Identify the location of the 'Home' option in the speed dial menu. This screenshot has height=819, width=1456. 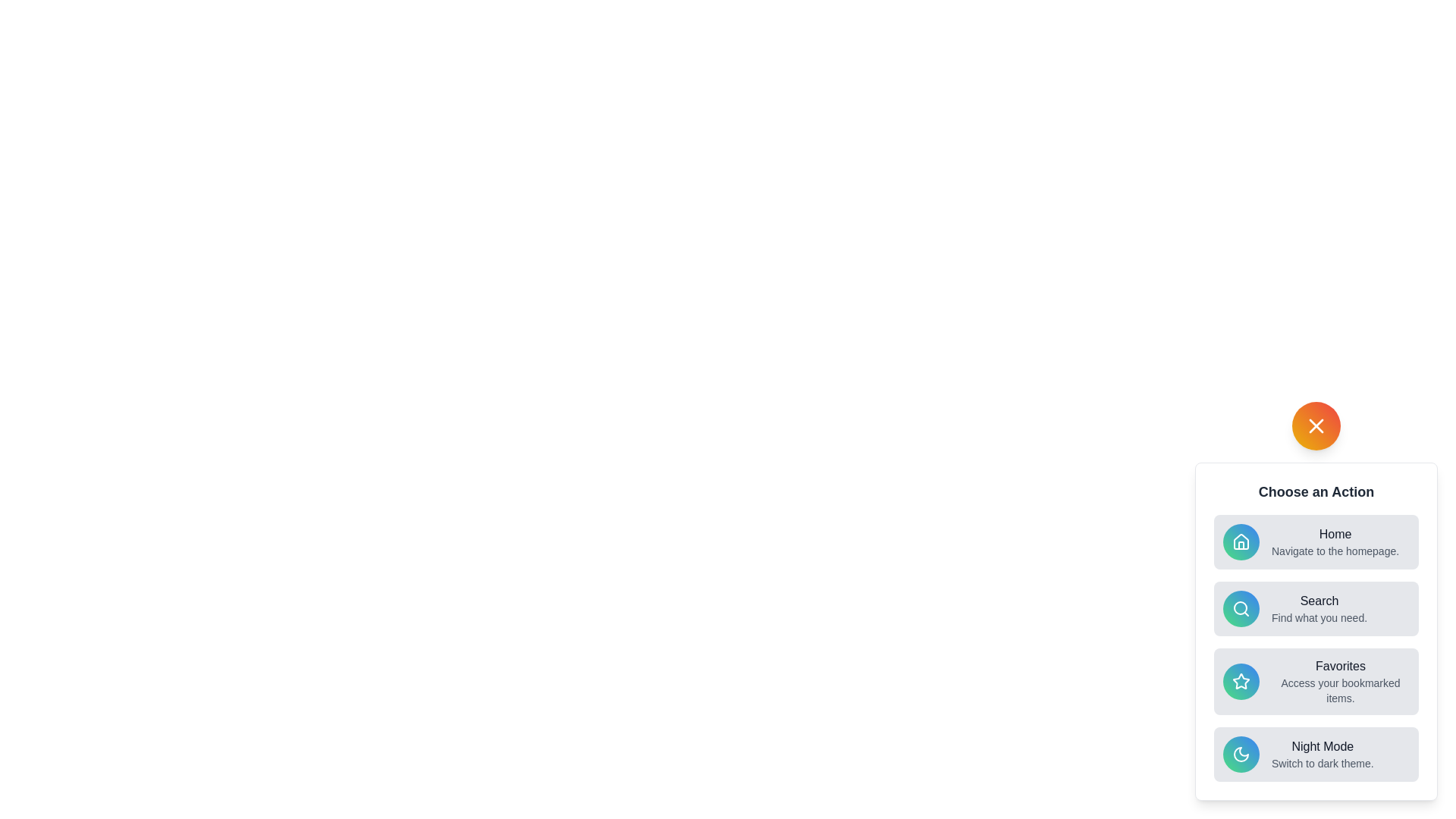
(1316, 541).